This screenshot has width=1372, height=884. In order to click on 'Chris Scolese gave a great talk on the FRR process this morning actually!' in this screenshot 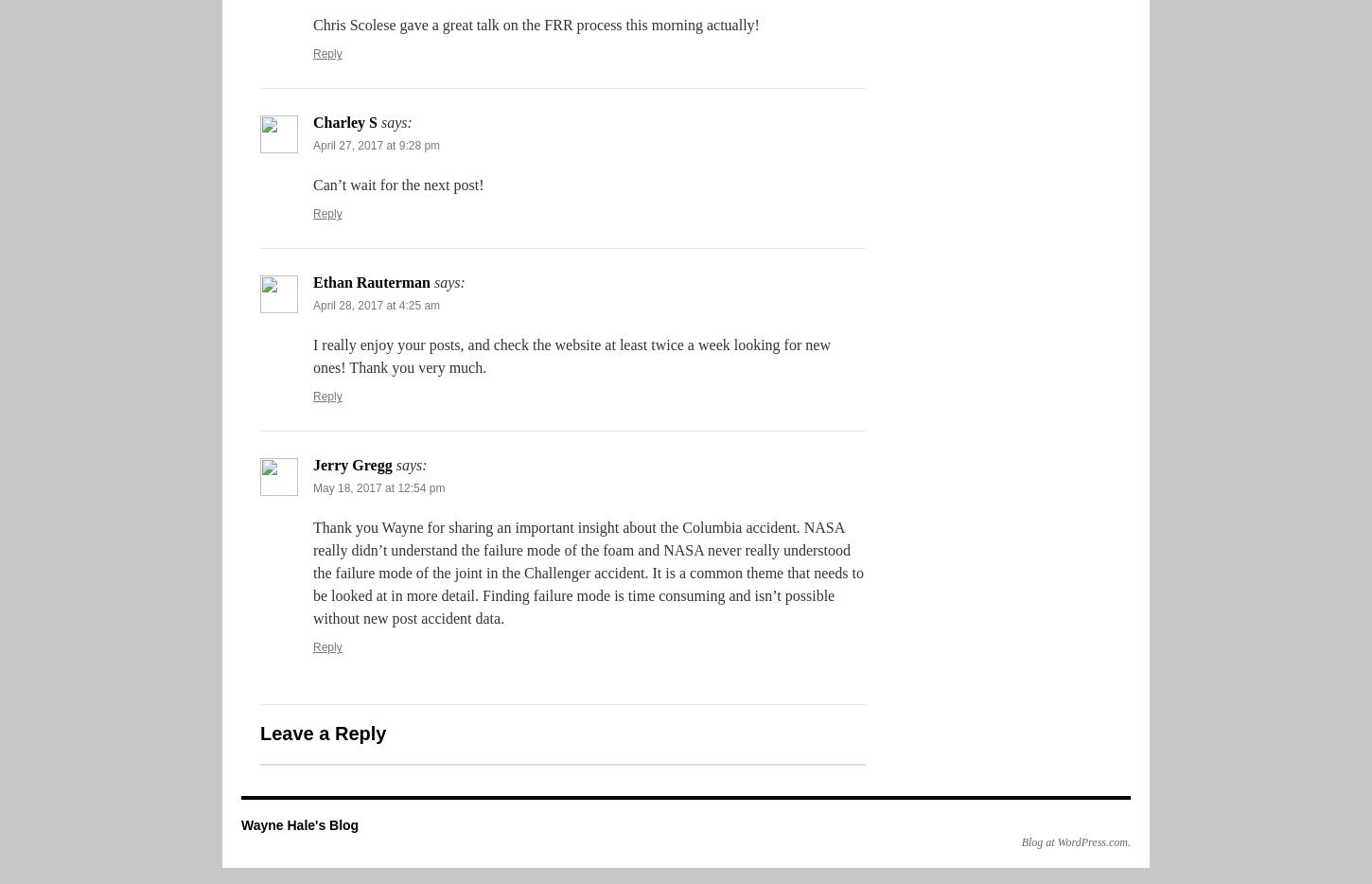, I will do `click(536, 24)`.